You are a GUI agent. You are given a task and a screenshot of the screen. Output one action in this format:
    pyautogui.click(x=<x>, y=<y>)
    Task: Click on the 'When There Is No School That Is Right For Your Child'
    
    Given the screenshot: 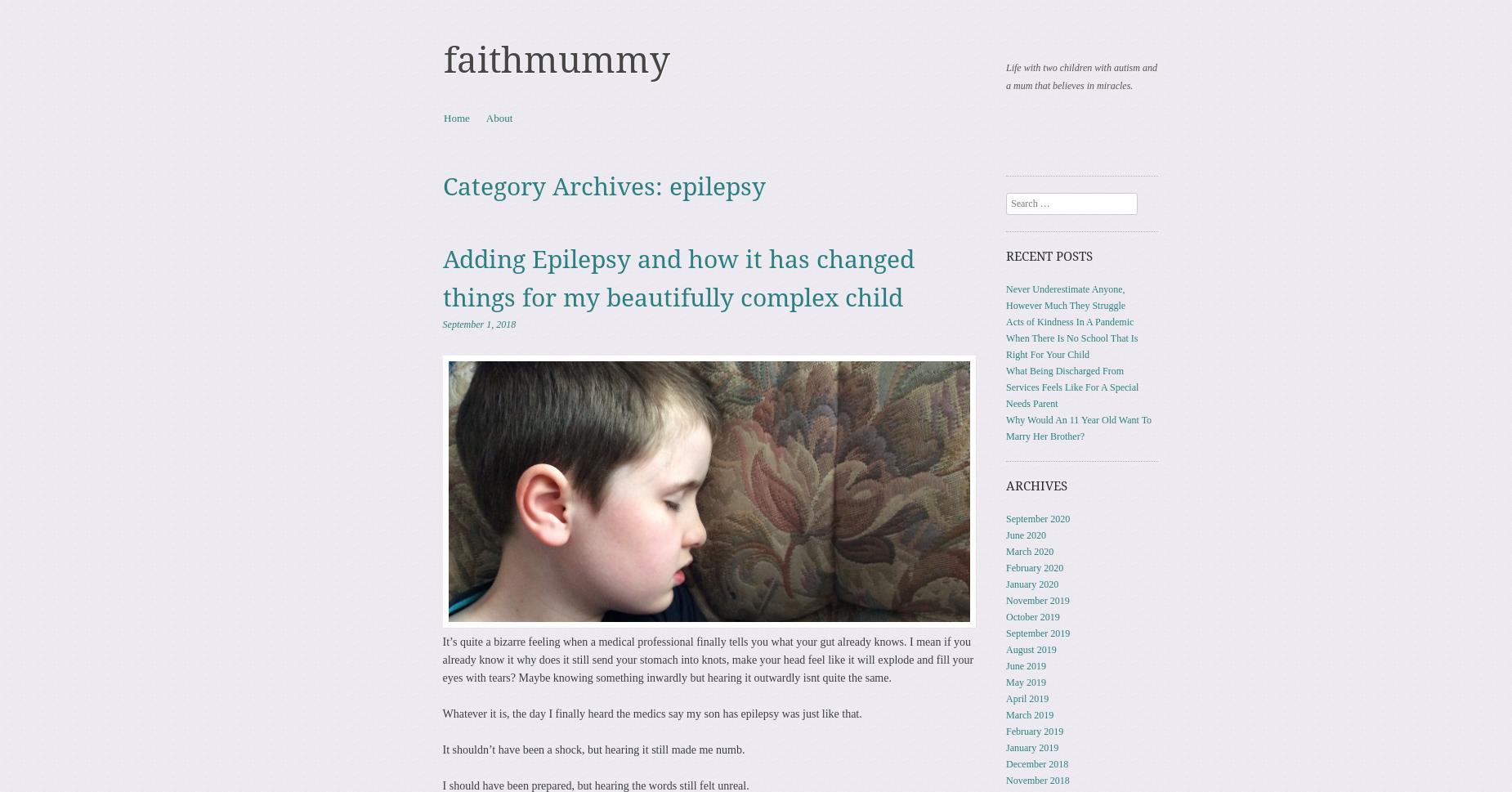 What is the action you would take?
    pyautogui.click(x=1071, y=344)
    